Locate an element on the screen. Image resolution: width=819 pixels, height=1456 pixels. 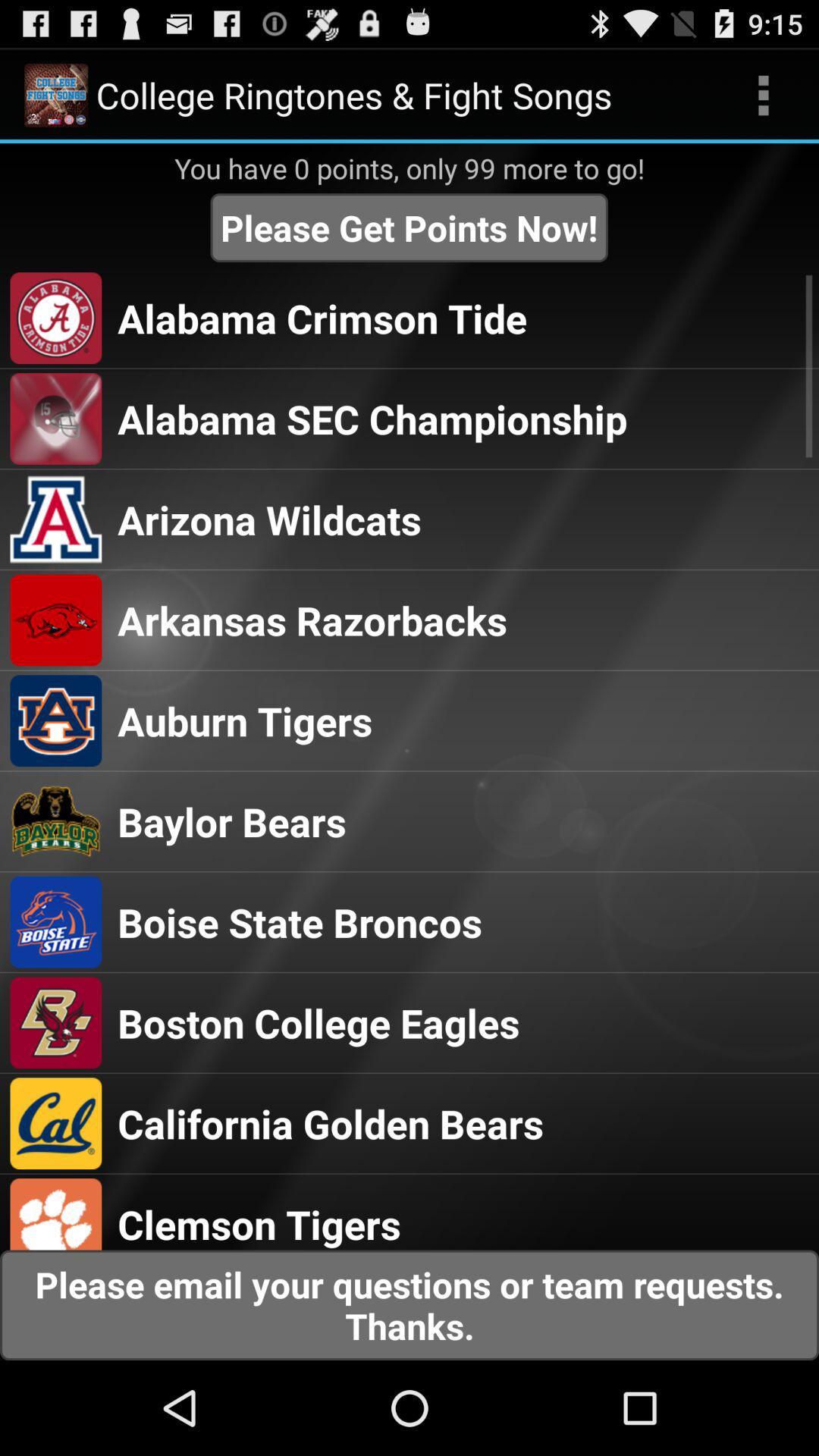
california golden bears icon is located at coordinates (330, 1123).